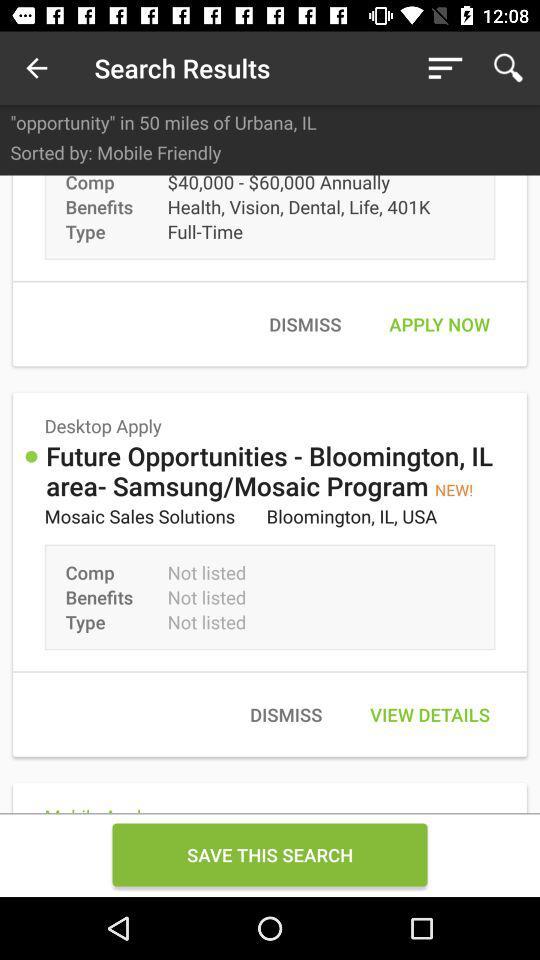 Image resolution: width=540 pixels, height=960 pixels. Describe the element at coordinates (445, 68) in the screenshot. I see `icon to the right of search results item` at that location.